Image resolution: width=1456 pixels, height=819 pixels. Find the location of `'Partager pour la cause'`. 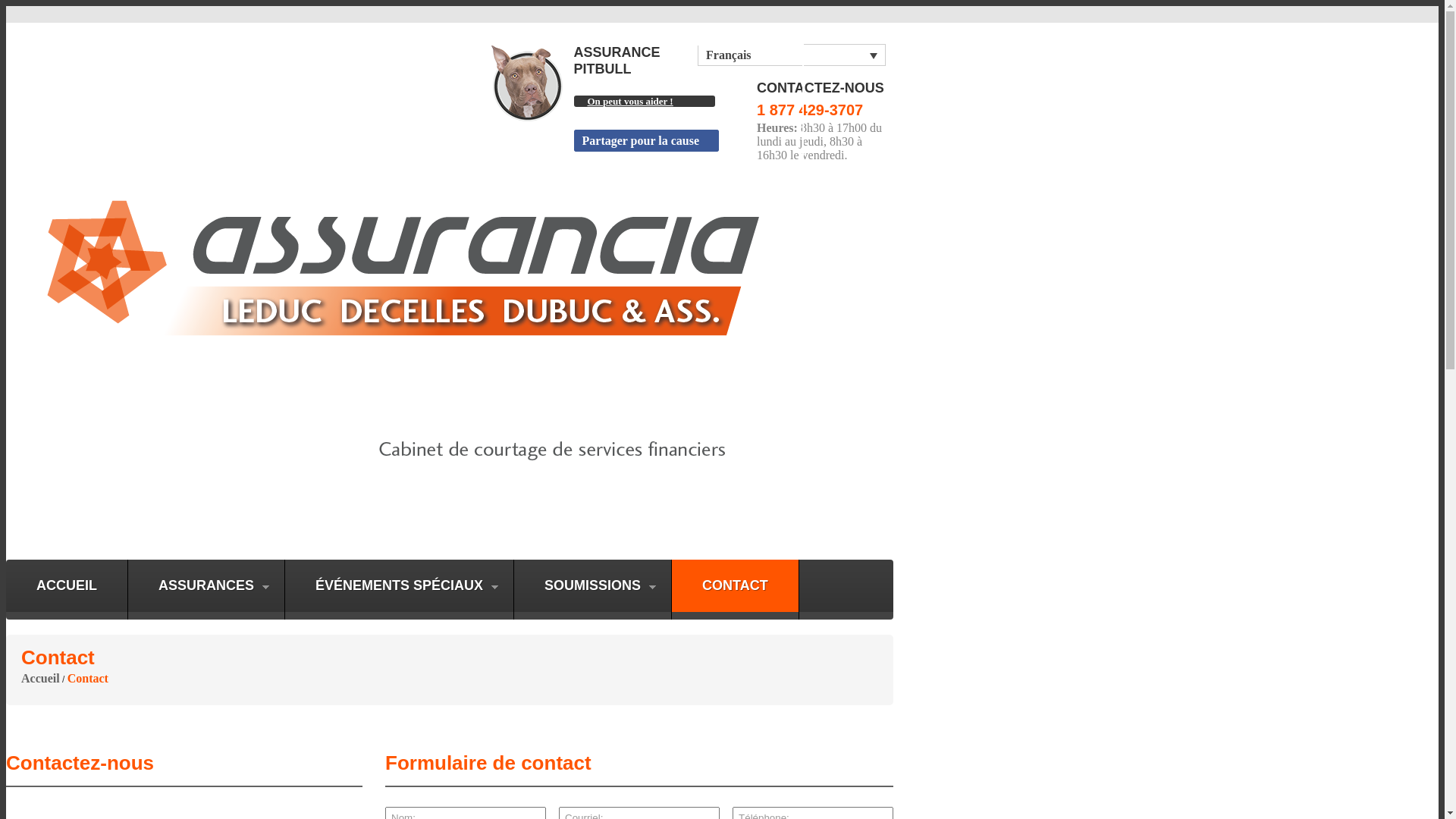

'Partager pour la cause' is located at coordinates (645, 140).